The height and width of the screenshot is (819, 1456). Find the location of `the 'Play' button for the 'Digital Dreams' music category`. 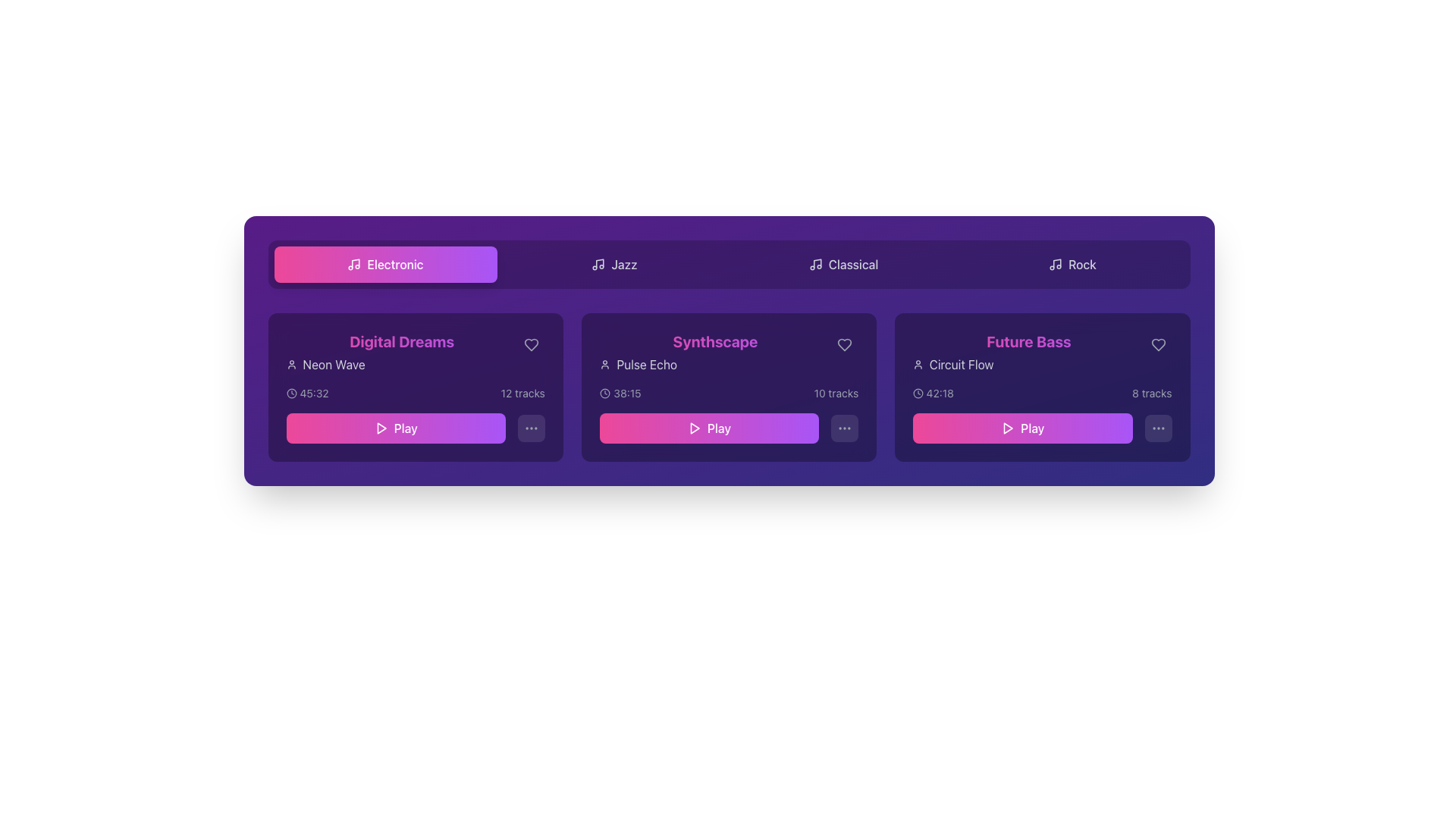

the 'Play' button for the 'Digital Dreams' music category is located at coordinates (396, 428).